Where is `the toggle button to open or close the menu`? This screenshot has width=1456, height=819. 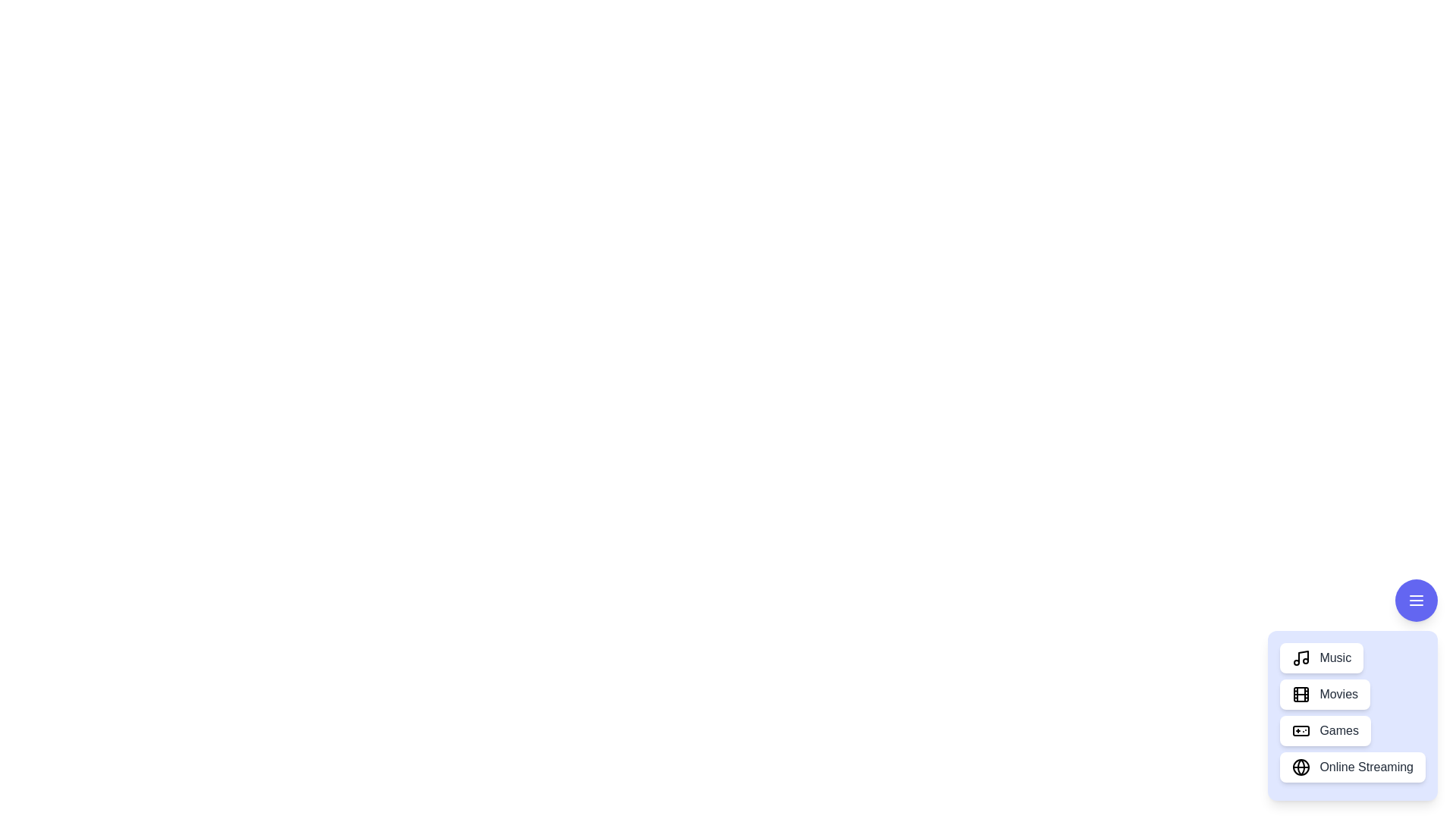
the toggle button to open or close the menu is located at coordinates (1415, 599).